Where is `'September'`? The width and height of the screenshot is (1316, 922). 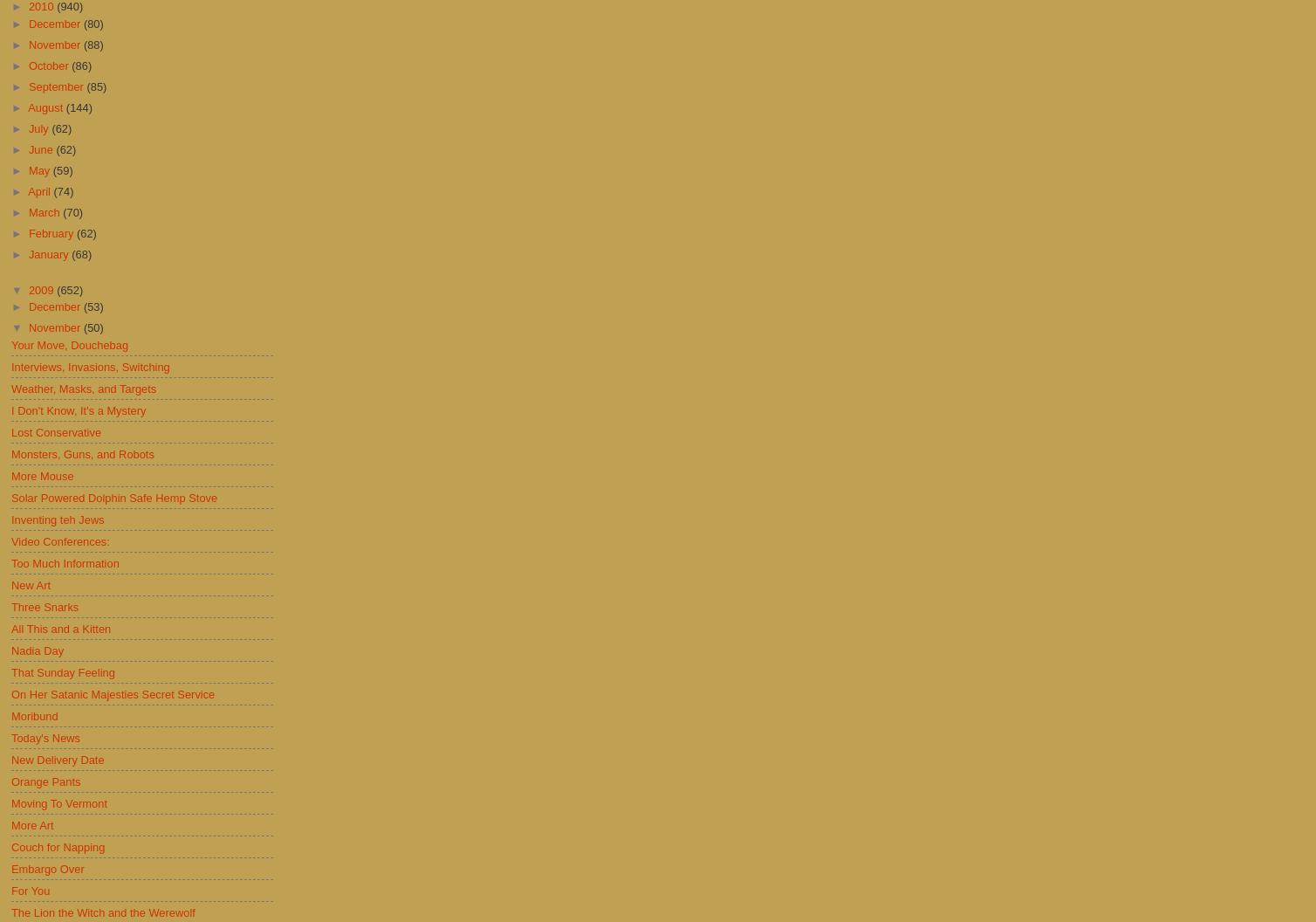 'September' is located at coordinates (57, 85).